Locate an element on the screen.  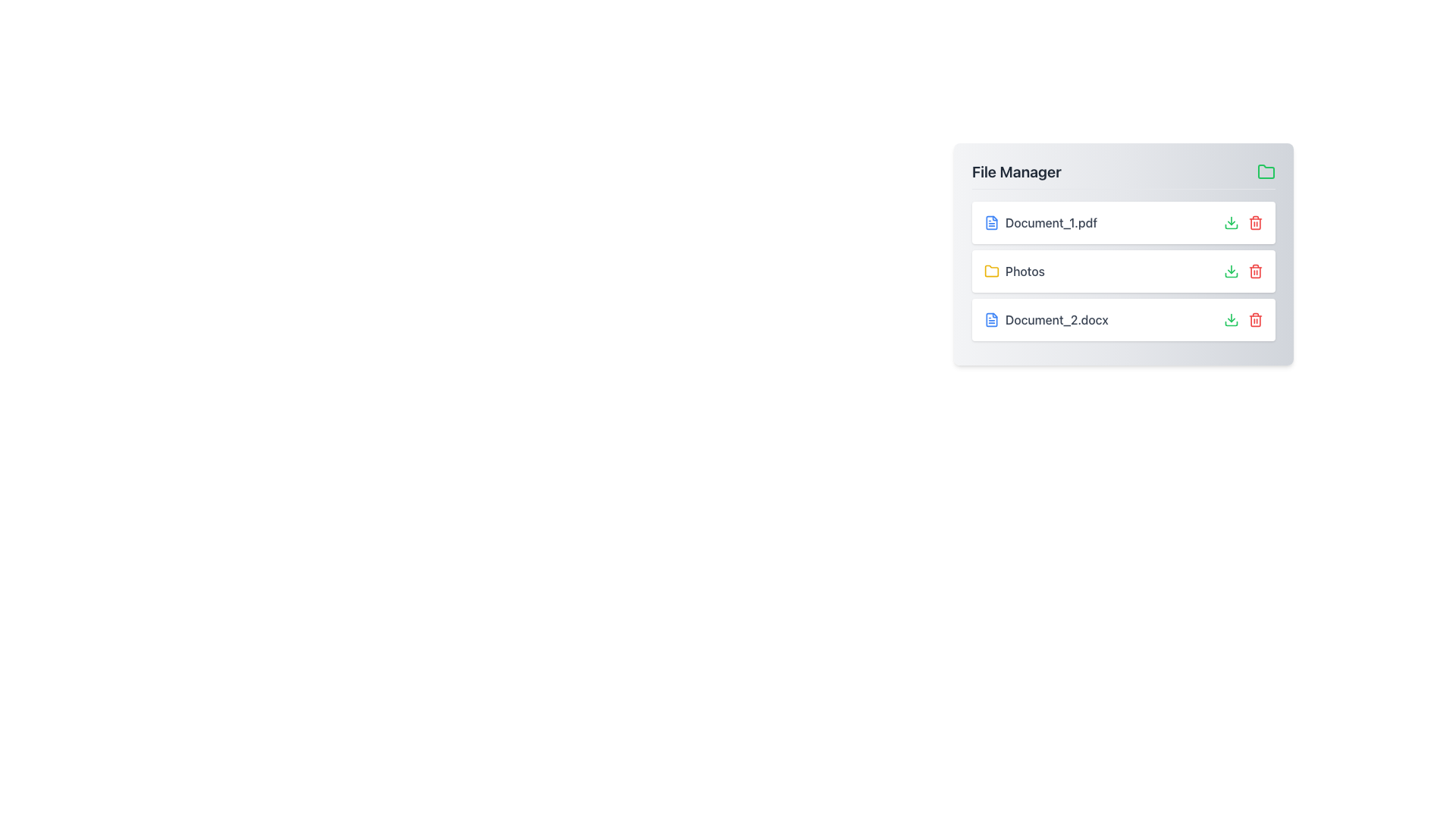
the text label 'Photos' that identifies the associated folder in the 'File Manager' interface is located at coordinates (1025, 271).